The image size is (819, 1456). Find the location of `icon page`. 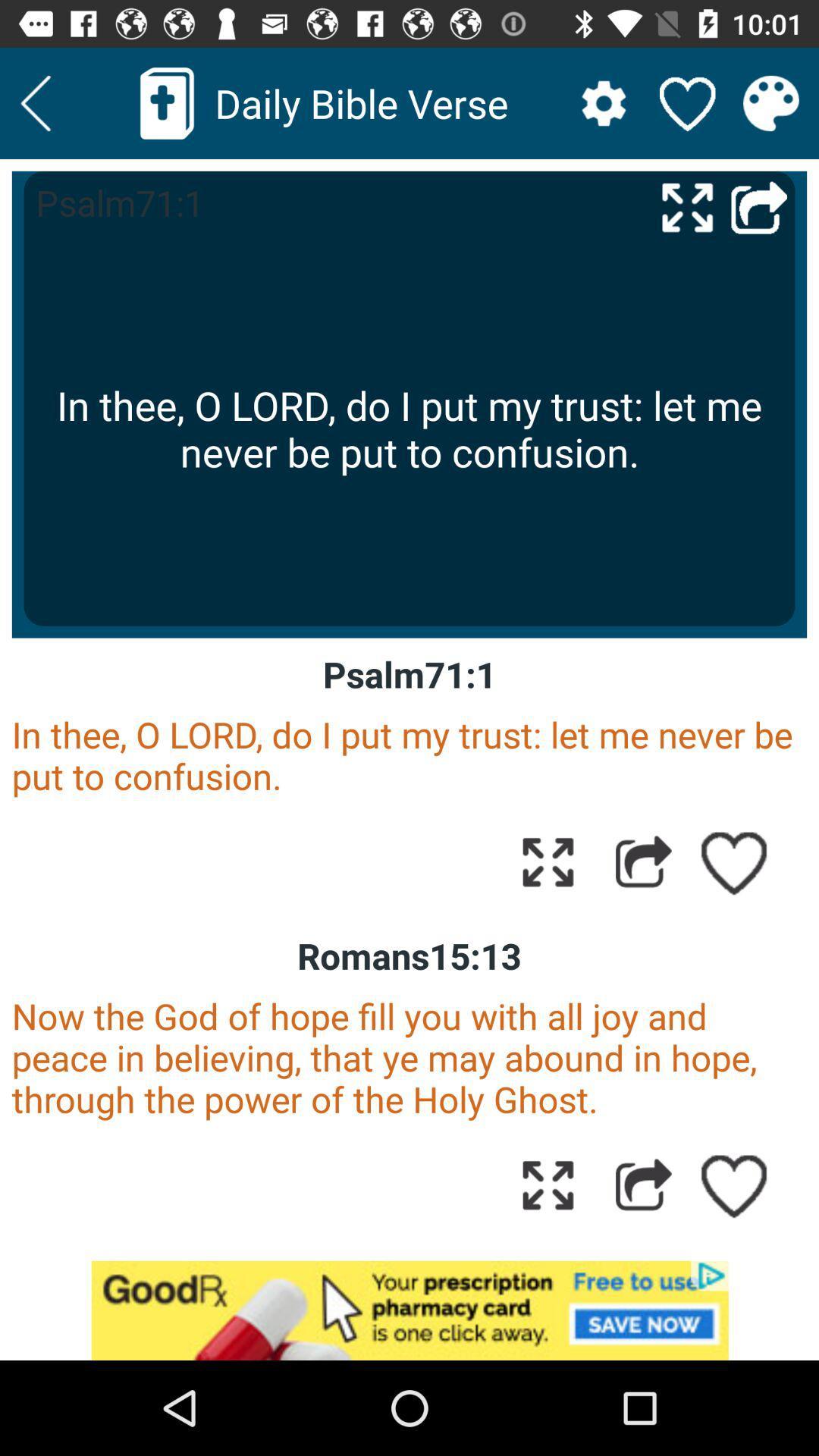

icon page is located at coordinates (548, 861).